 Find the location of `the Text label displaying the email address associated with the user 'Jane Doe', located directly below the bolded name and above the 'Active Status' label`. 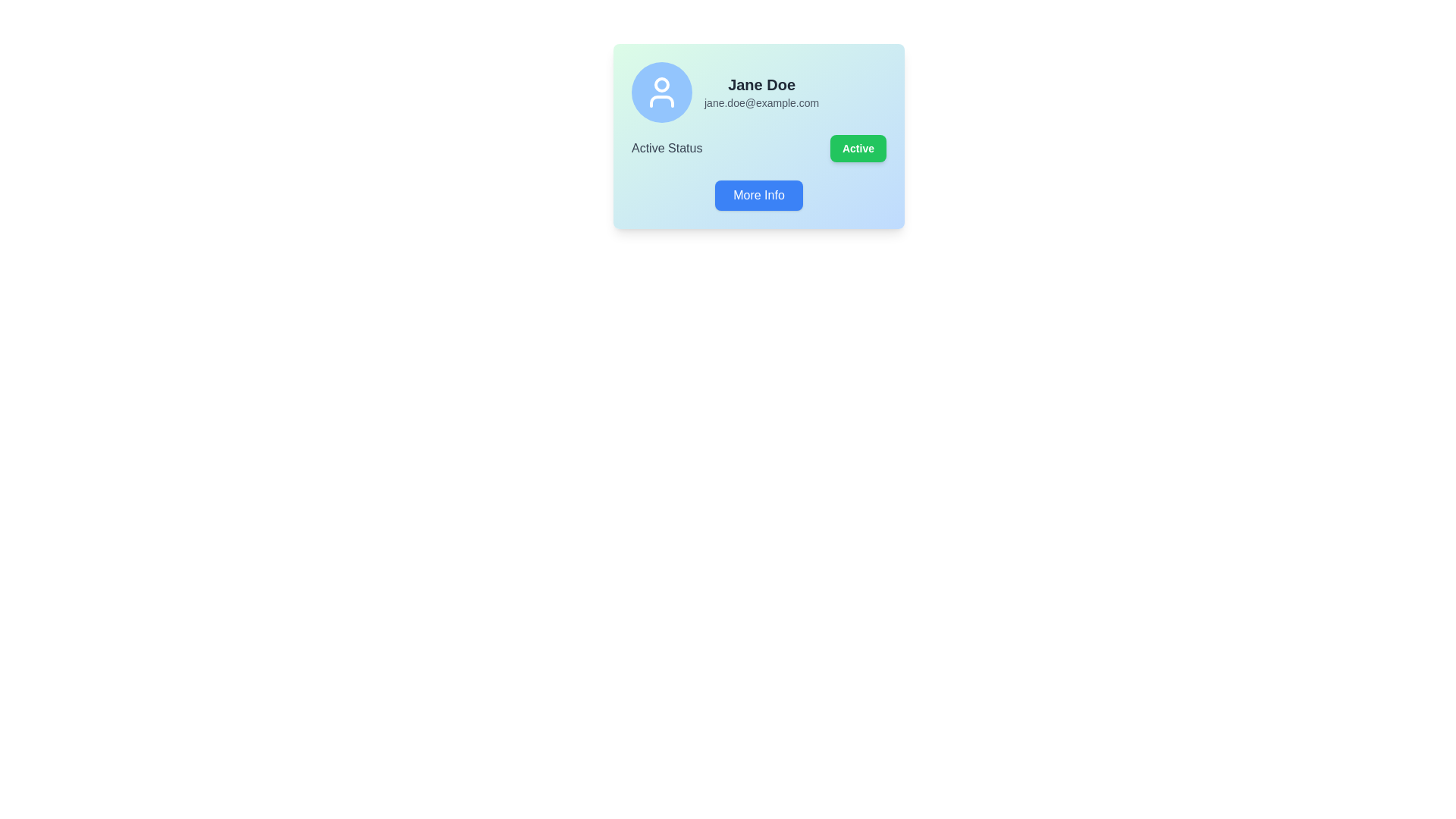

the Text label displaying the email address associated with the user 'Jane Doe', located directly below the bolded name and above the 'Active Status' label is located at coordinates (761, 102).